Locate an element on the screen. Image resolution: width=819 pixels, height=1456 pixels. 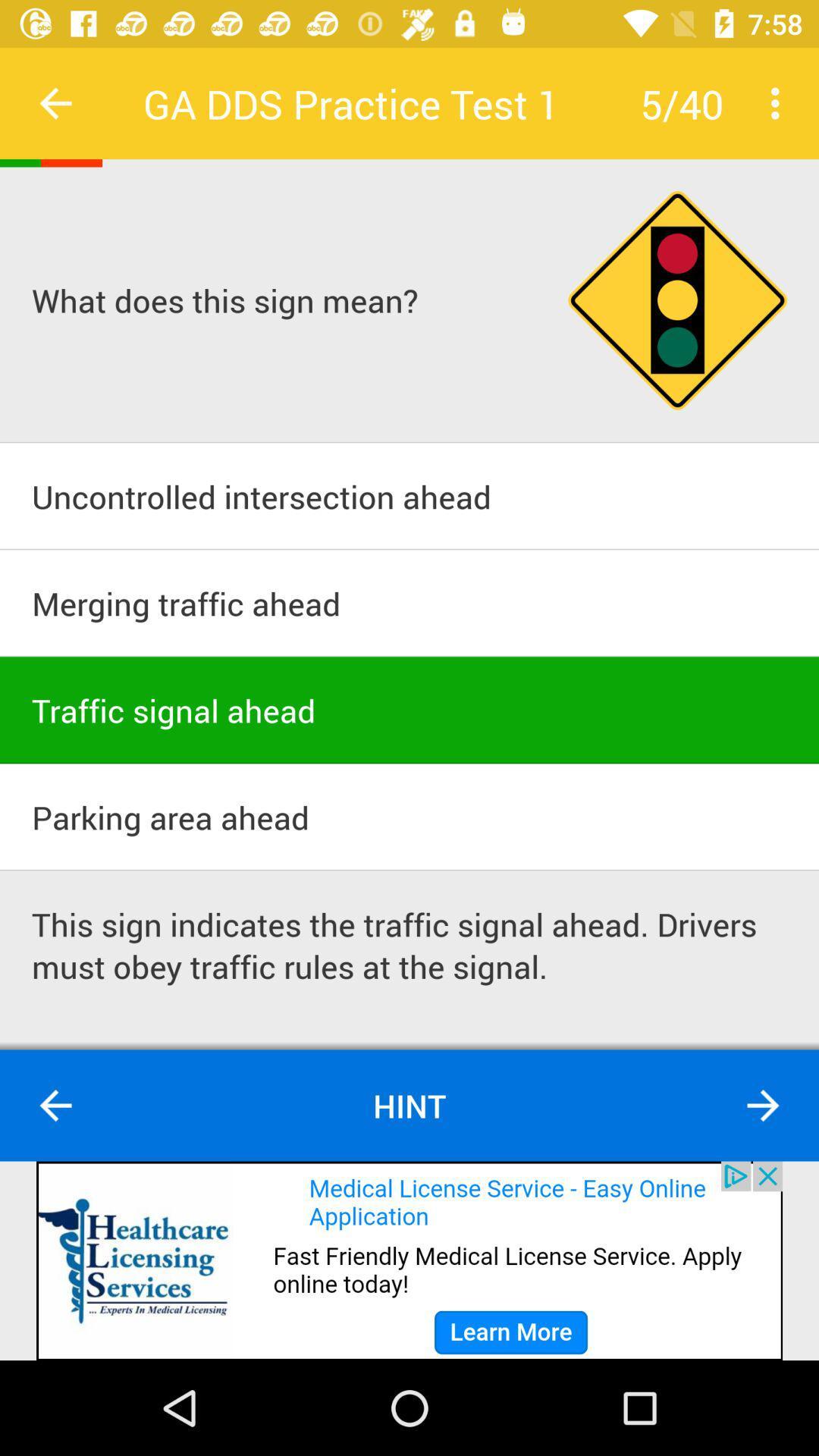
previous is located at coordinates (55, 1106).